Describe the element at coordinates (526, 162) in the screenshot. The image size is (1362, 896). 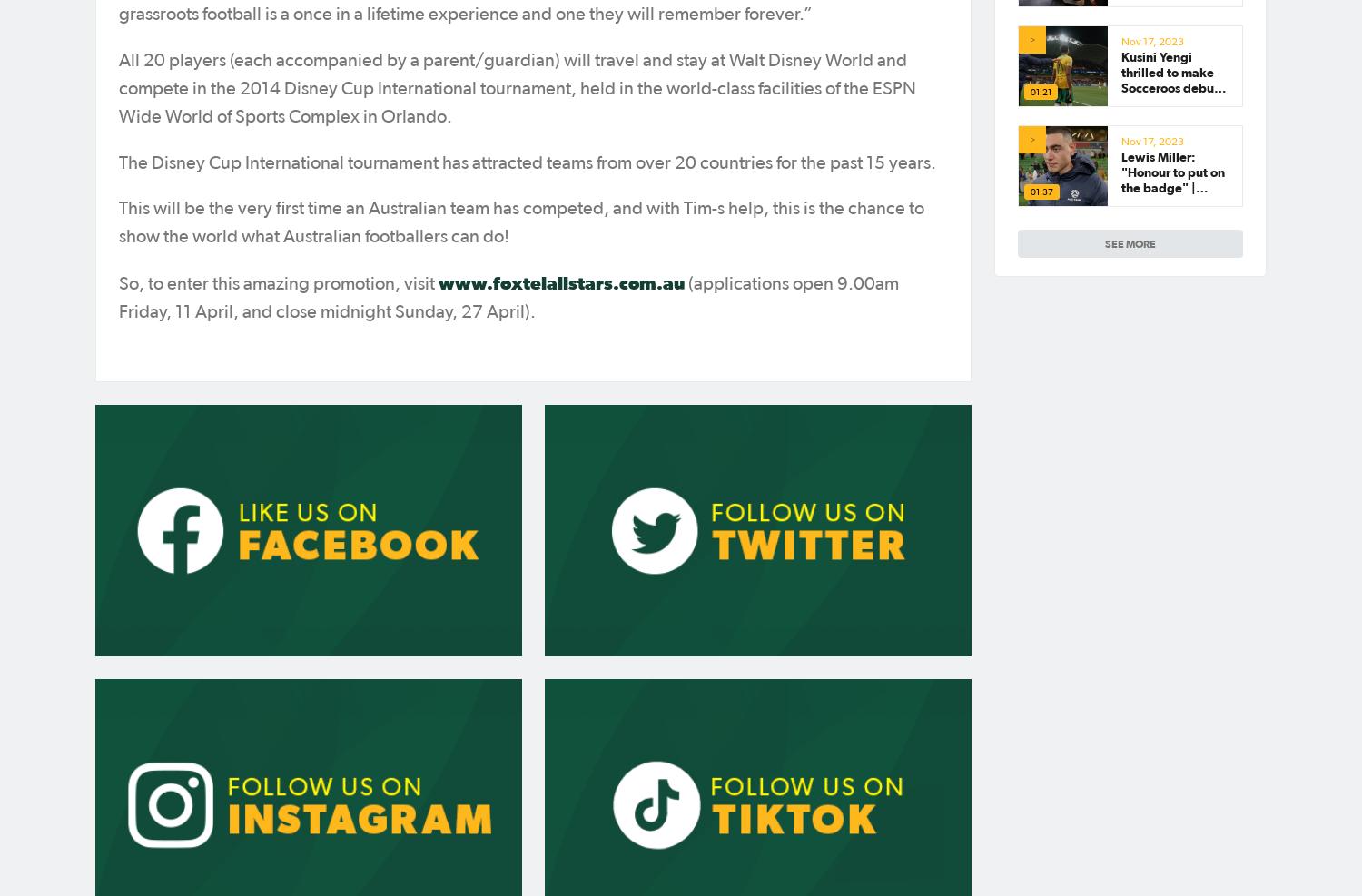
I see `'The Disney Cup International tournament has attracted teams from over 20 countries for the past 15 years.'` at that location.